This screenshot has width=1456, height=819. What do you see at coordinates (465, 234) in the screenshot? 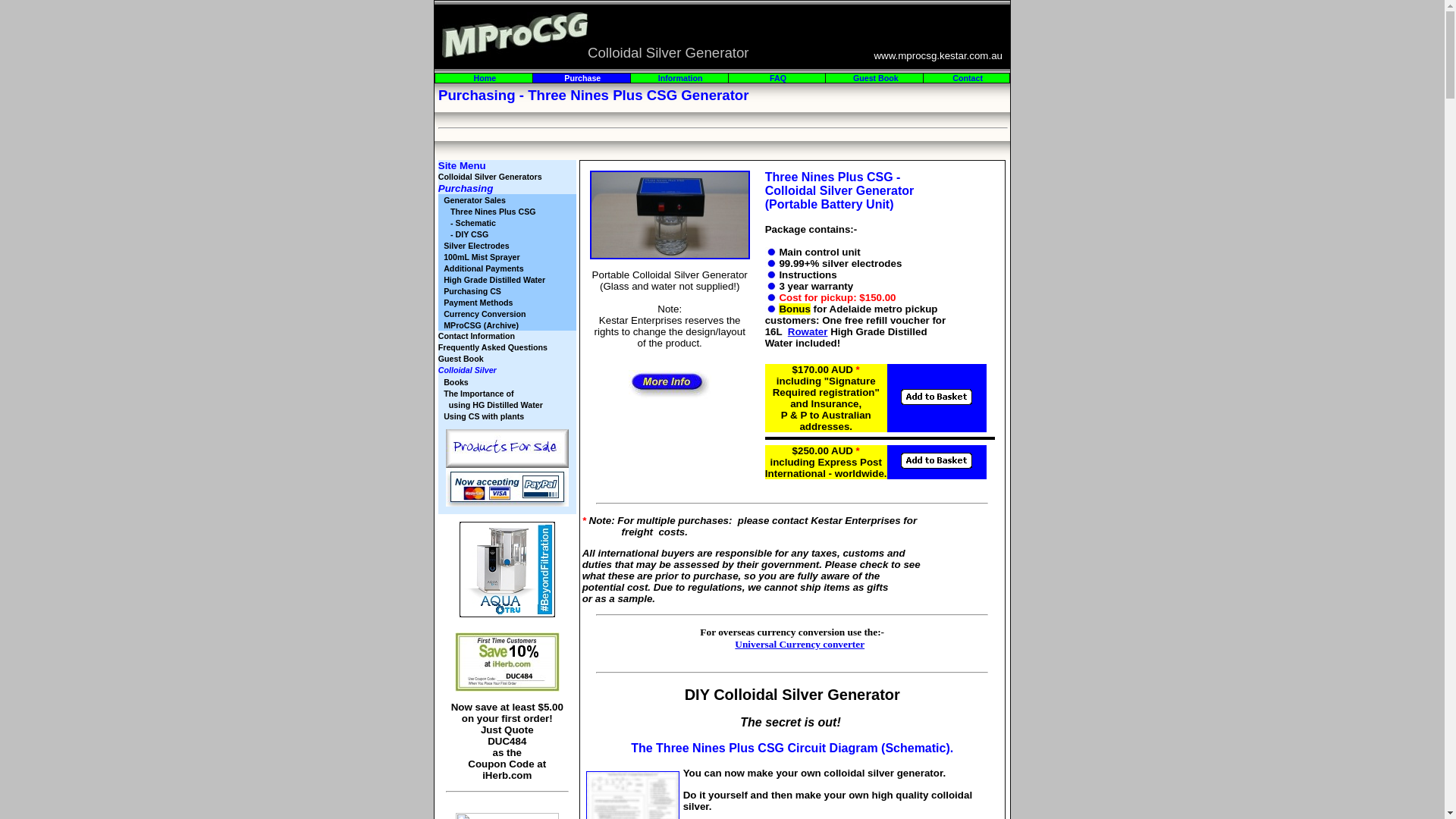
I see `'   - DIY CSG'` at bounding box center [465, 234].